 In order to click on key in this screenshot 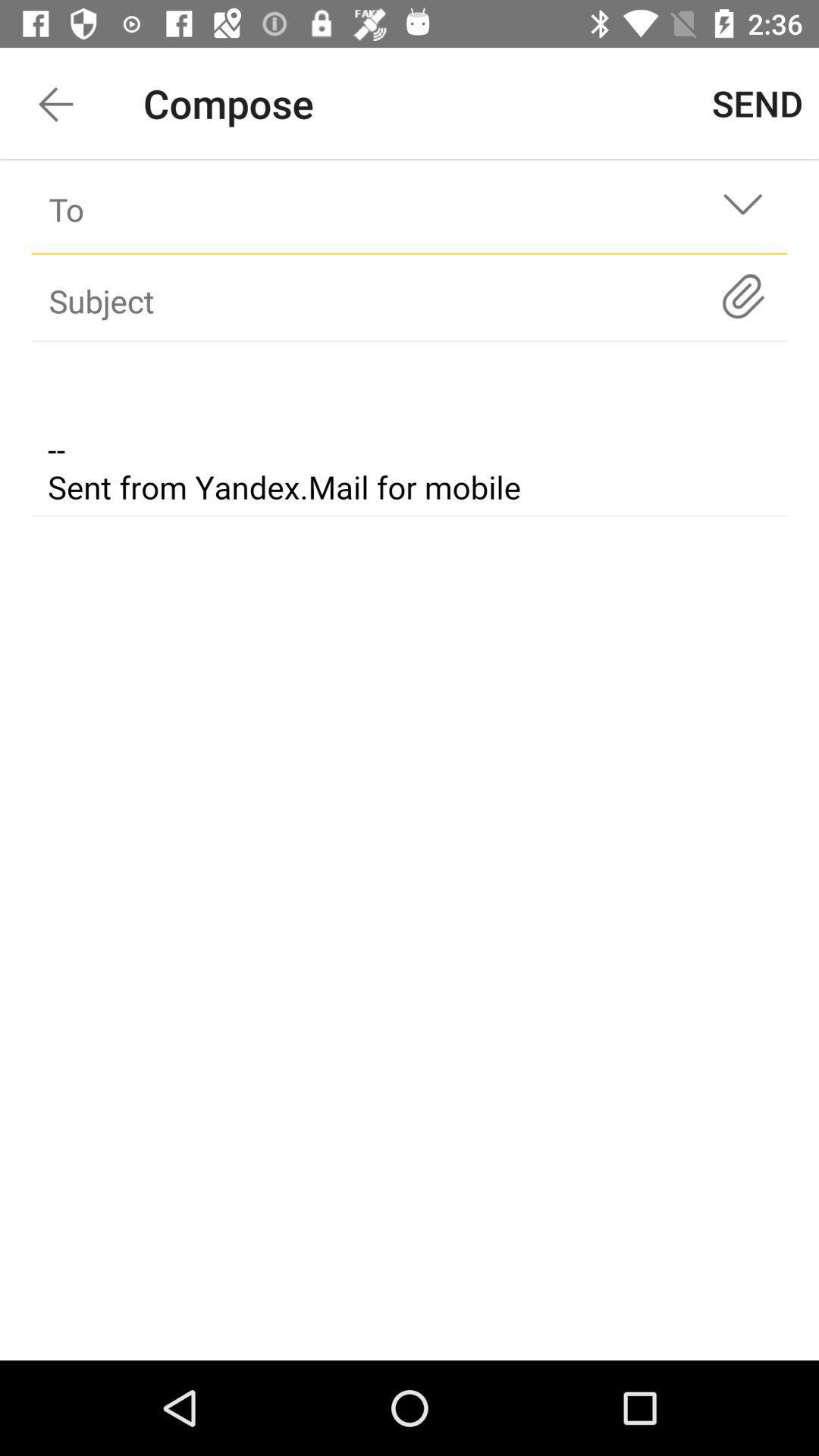, I will do `click(742, 296)`.